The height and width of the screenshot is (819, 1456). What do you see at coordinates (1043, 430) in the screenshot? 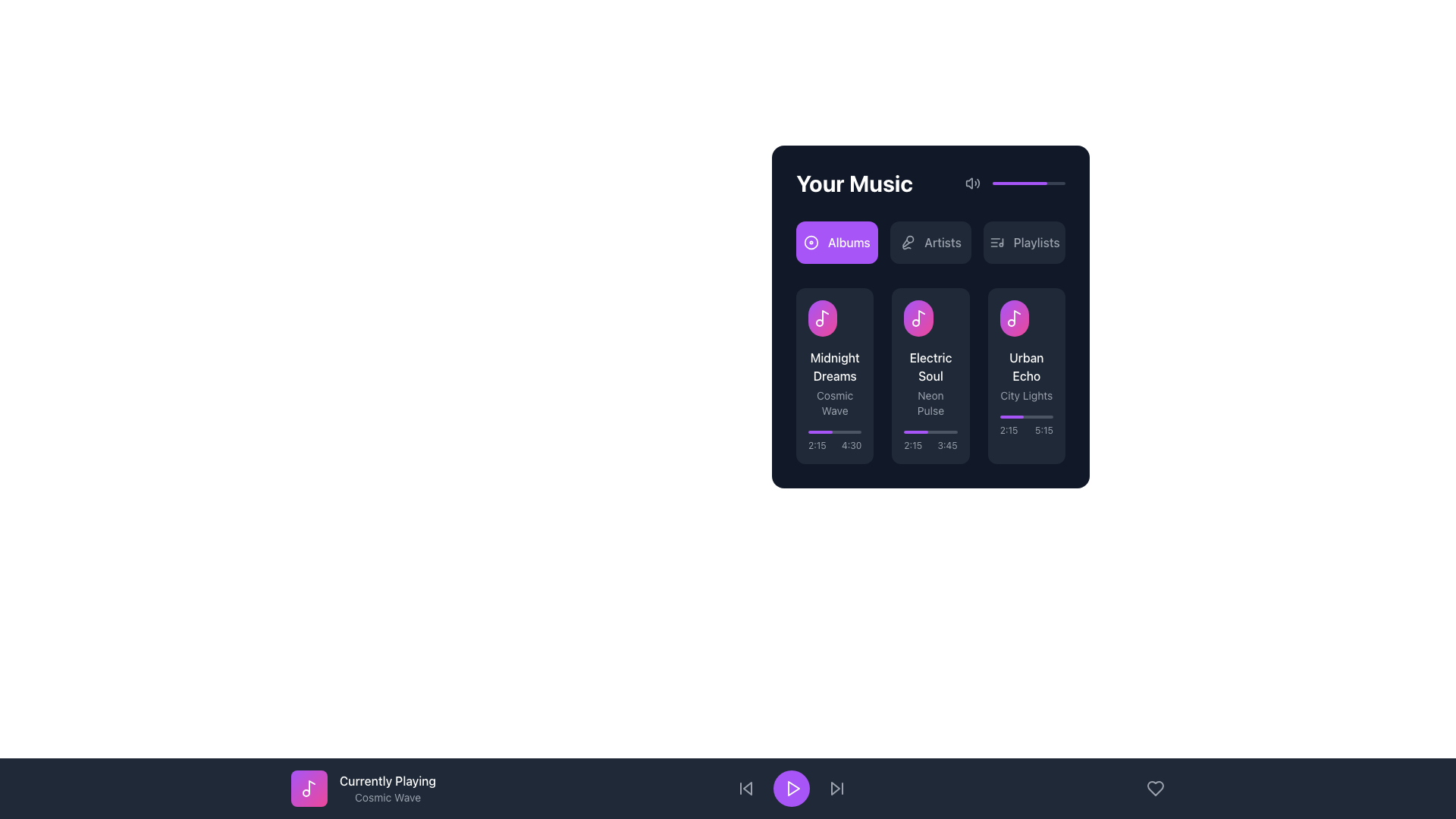
I see `time information displayed in the text label element showing '5:15', located in the bottom section of the 'Urban Echo' album card, to the right of '2:15'` at bounding box center [1043, 430].